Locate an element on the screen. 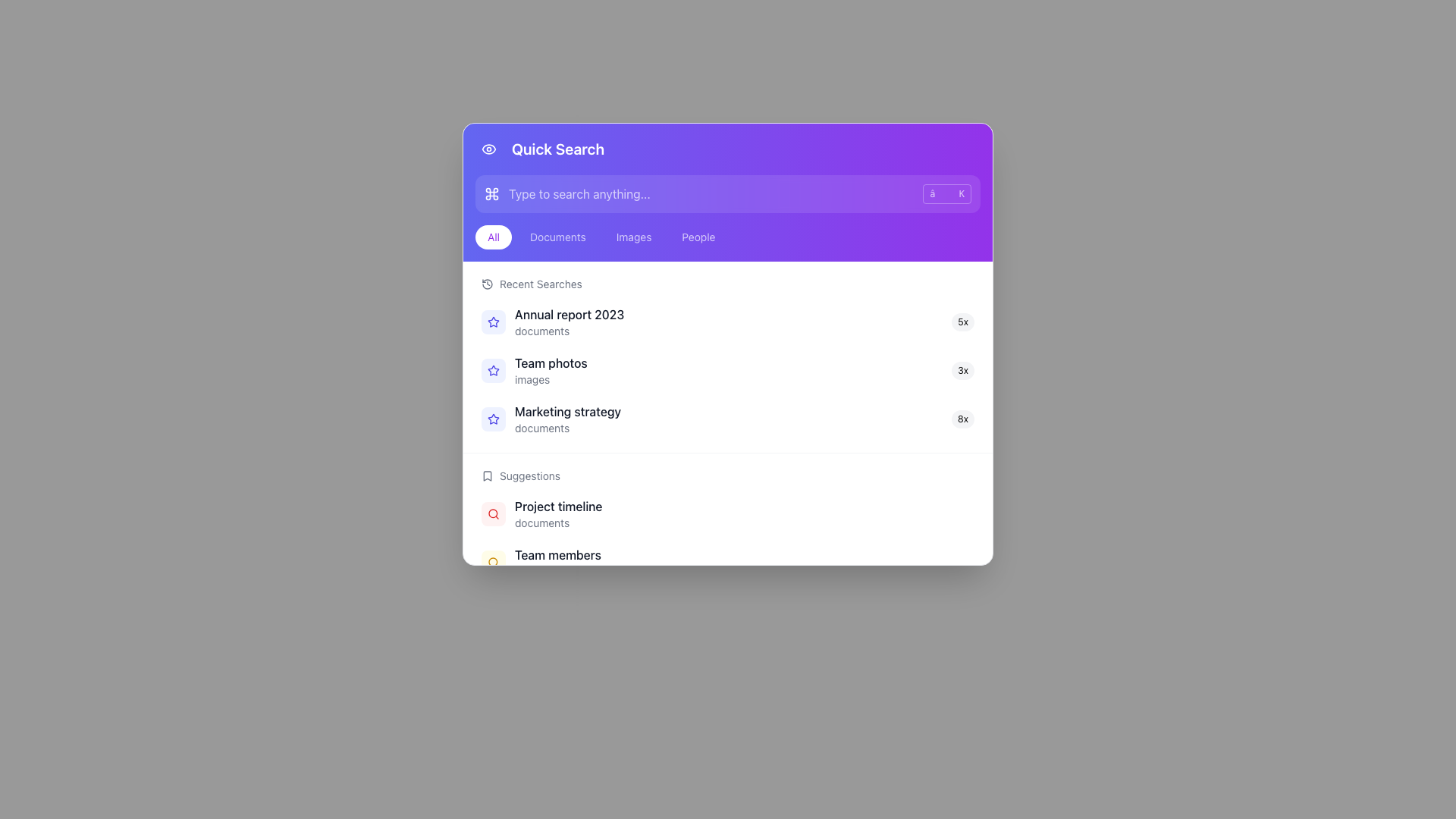 The height and width of the screenshot is (819, 1456). the icon in the 'Recent Searches' section, located to the left of the 'Team photos' text is located at coordinates (494, 419).